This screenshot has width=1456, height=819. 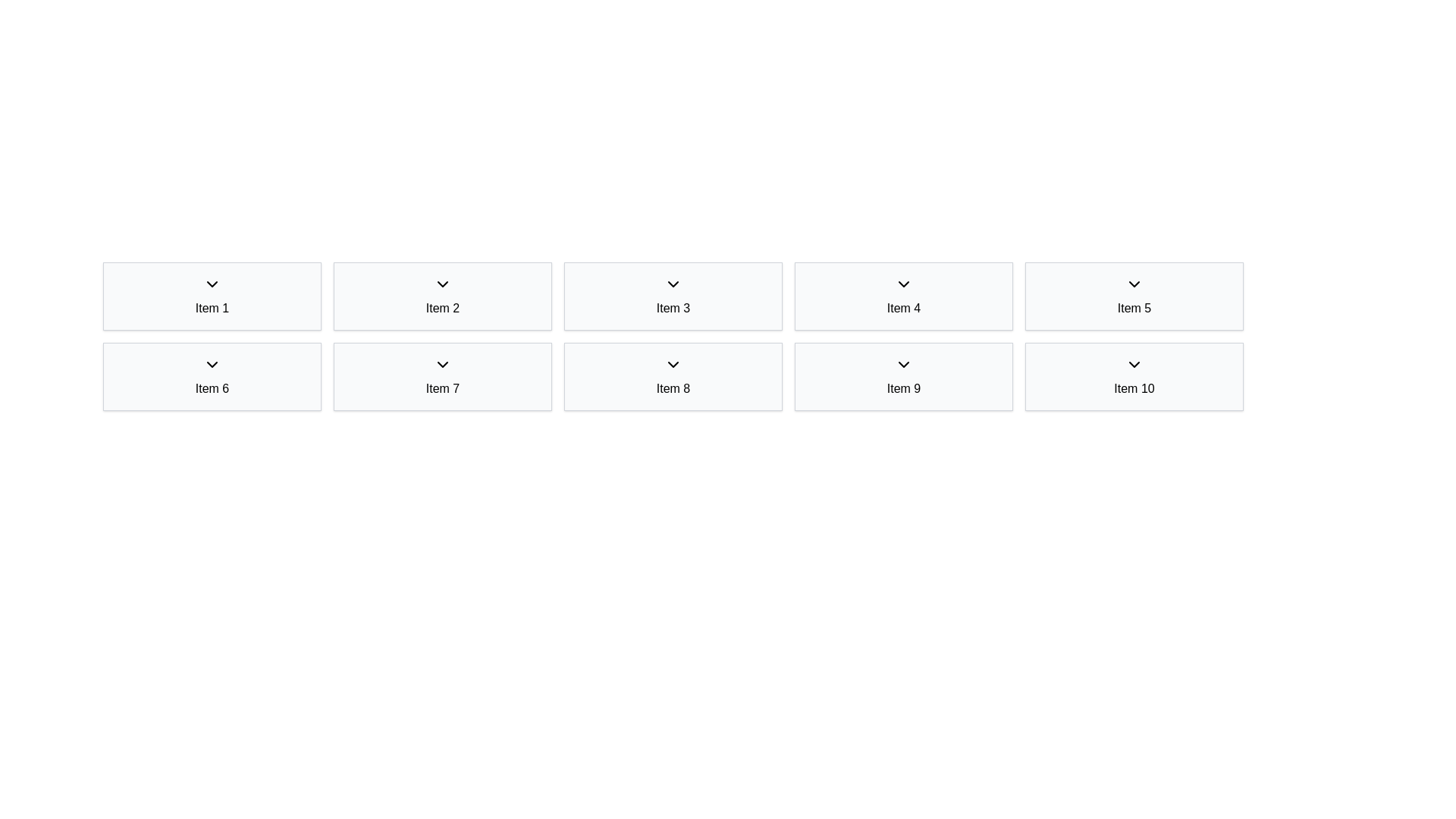 I want to click on the downward-pointing chevron icon located in the fourth column of the top row, above the label 'Item 4', to receive feedback, so click(x=903, y=284).